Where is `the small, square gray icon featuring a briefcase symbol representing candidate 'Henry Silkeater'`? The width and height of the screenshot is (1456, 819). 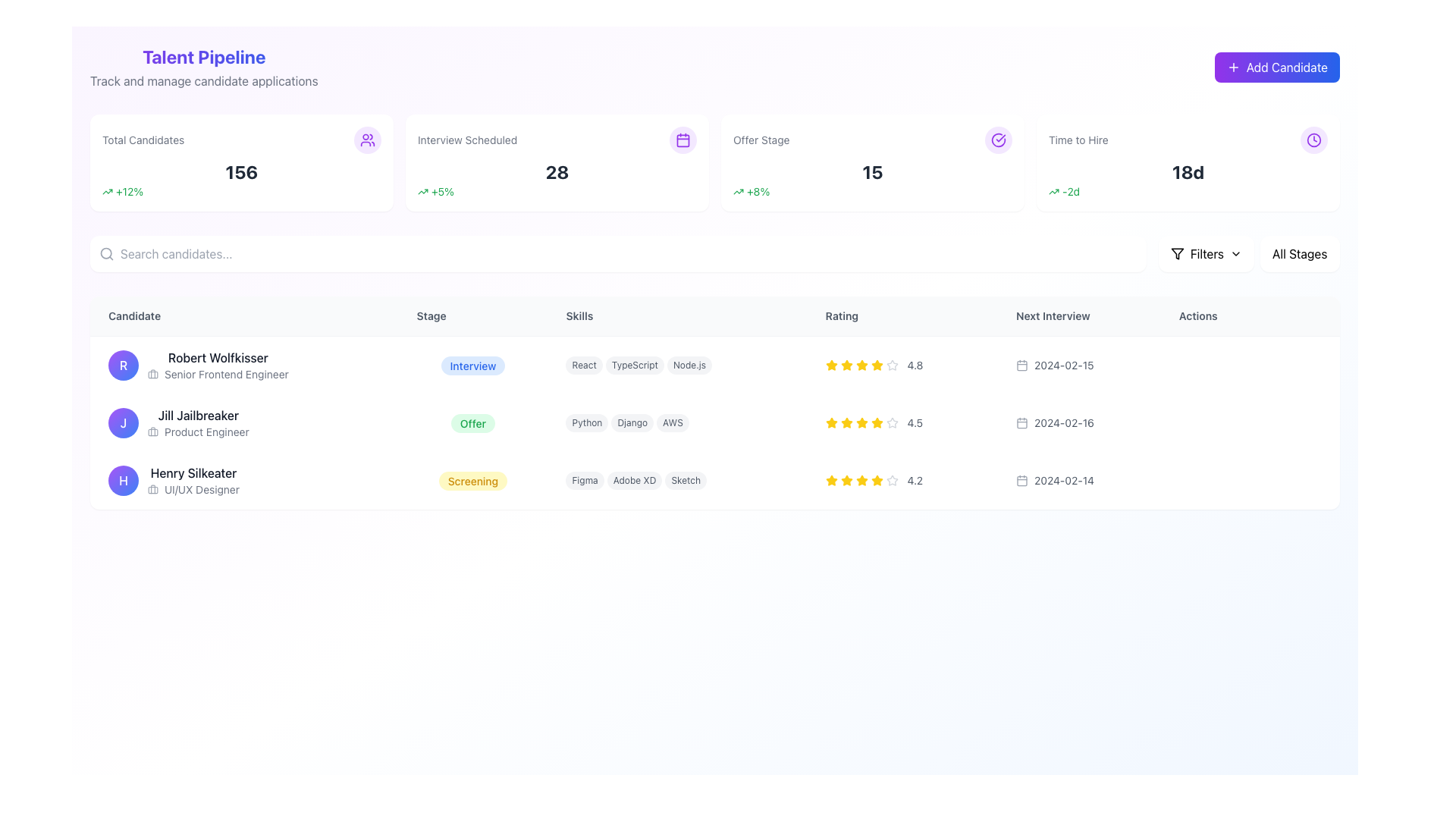 the small, square gray icon featuring a briefcase symbol representing candidate 'Henry Silkeater' is located at coordinates (152, 489).